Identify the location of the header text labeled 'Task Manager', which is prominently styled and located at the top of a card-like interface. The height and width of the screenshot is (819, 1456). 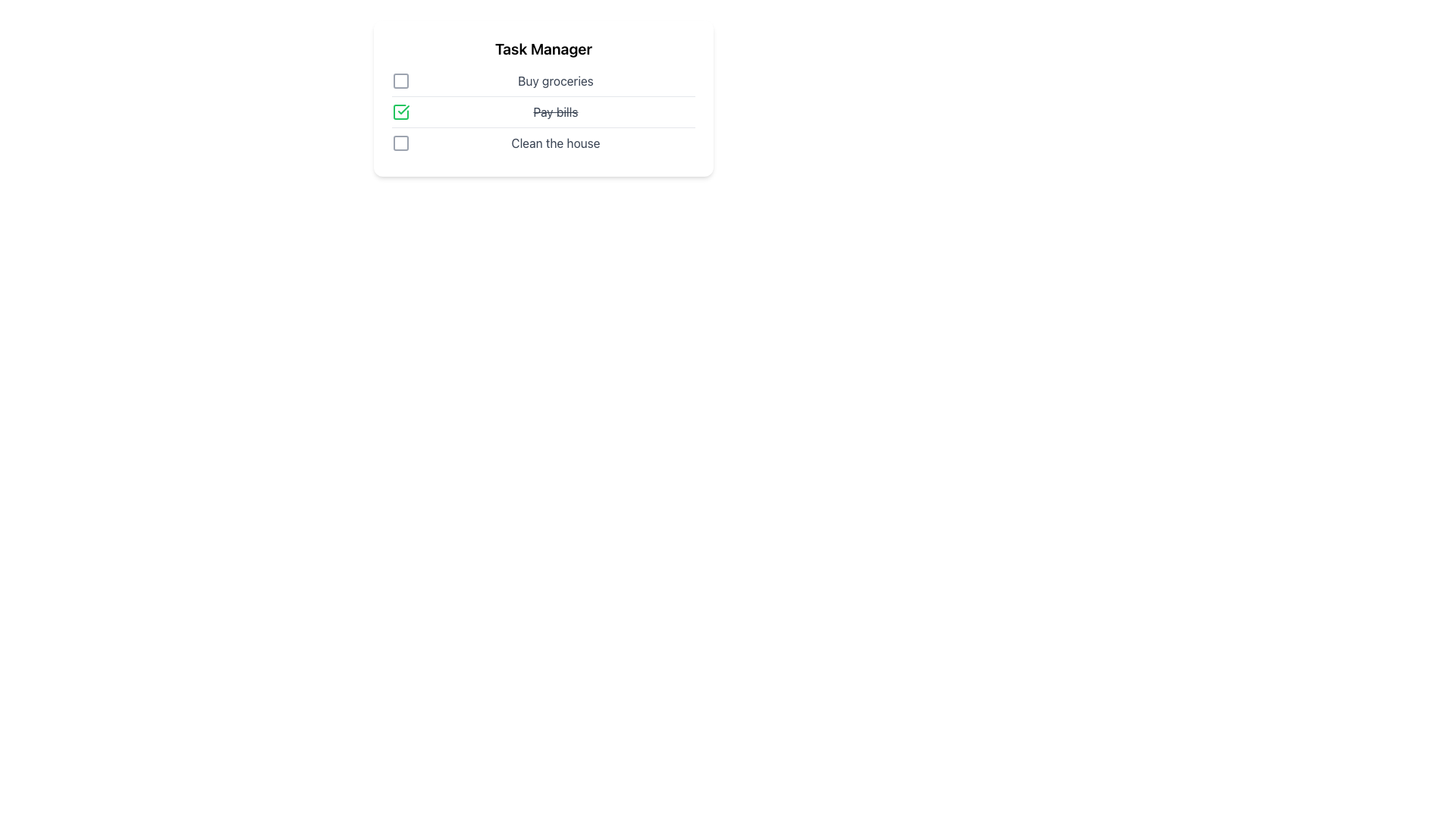
(543, 49).